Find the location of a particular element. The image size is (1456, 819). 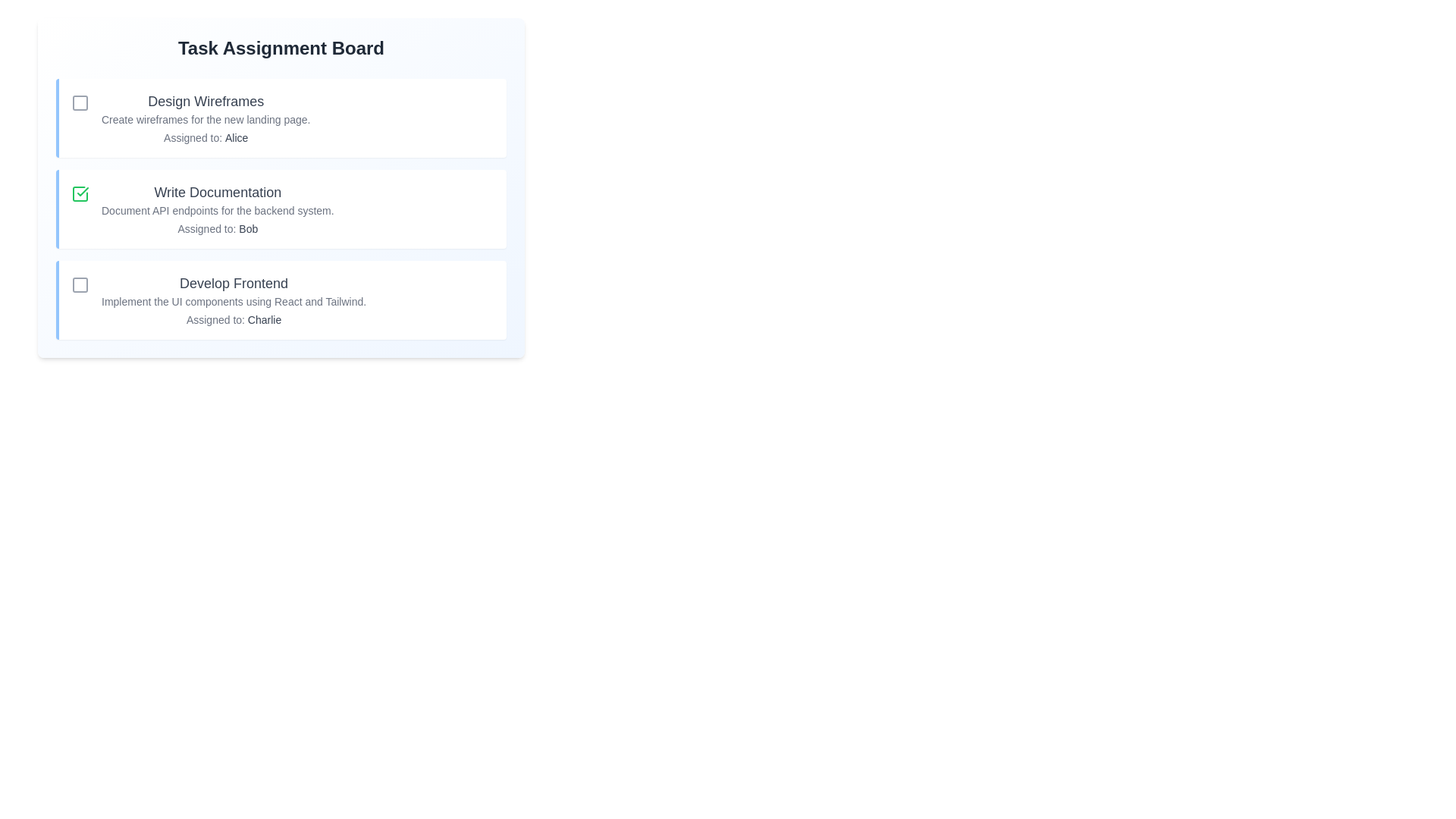

the Task card titled 'Develop Frontend' is located at coordinates (233, 300).